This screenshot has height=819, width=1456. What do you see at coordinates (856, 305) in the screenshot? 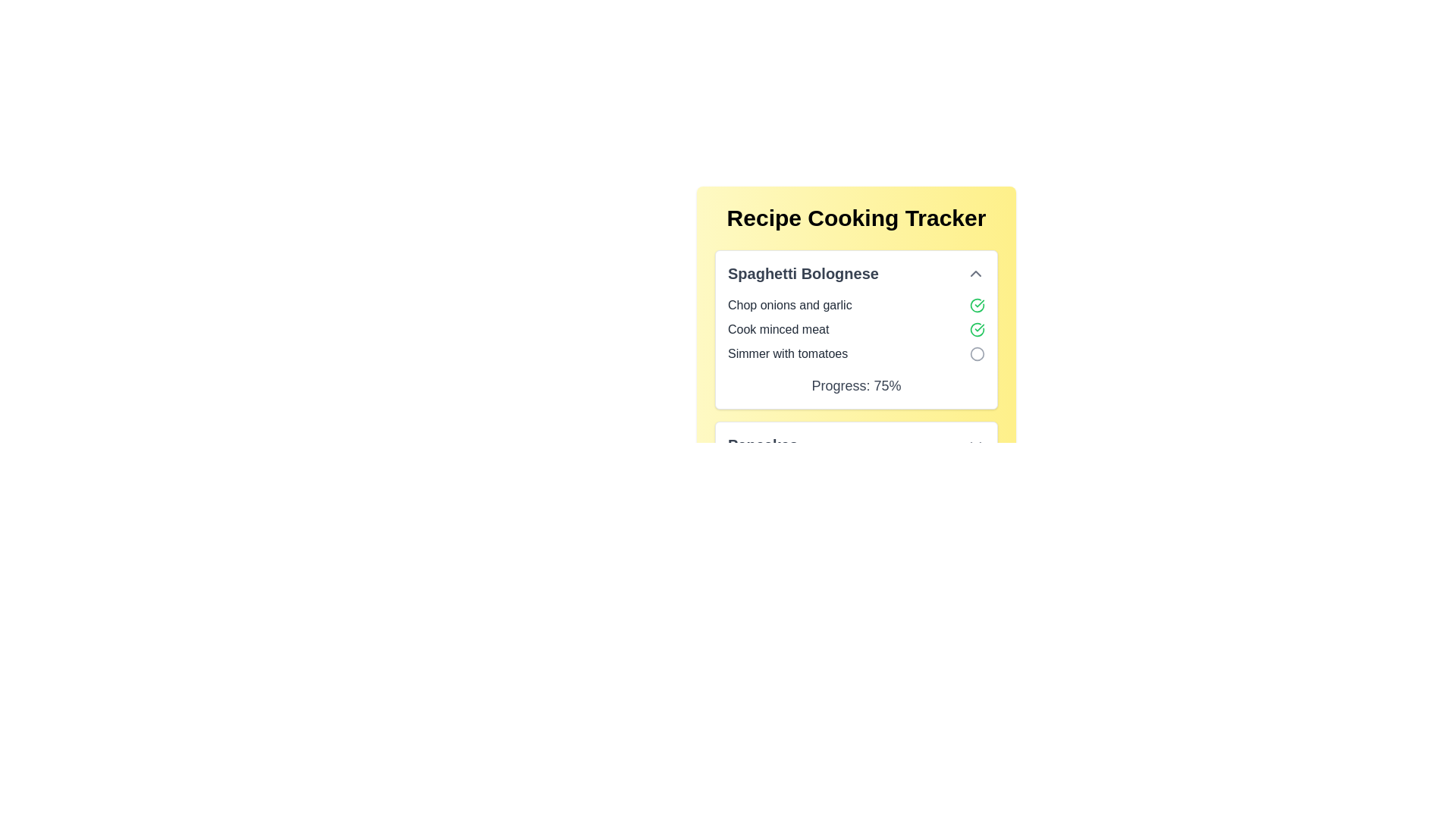
I see `the 'Chop onions and garlic' checklist item in the Recipe Cooking Tracker module to interact or edit the task` at bounding box center [856, 305].